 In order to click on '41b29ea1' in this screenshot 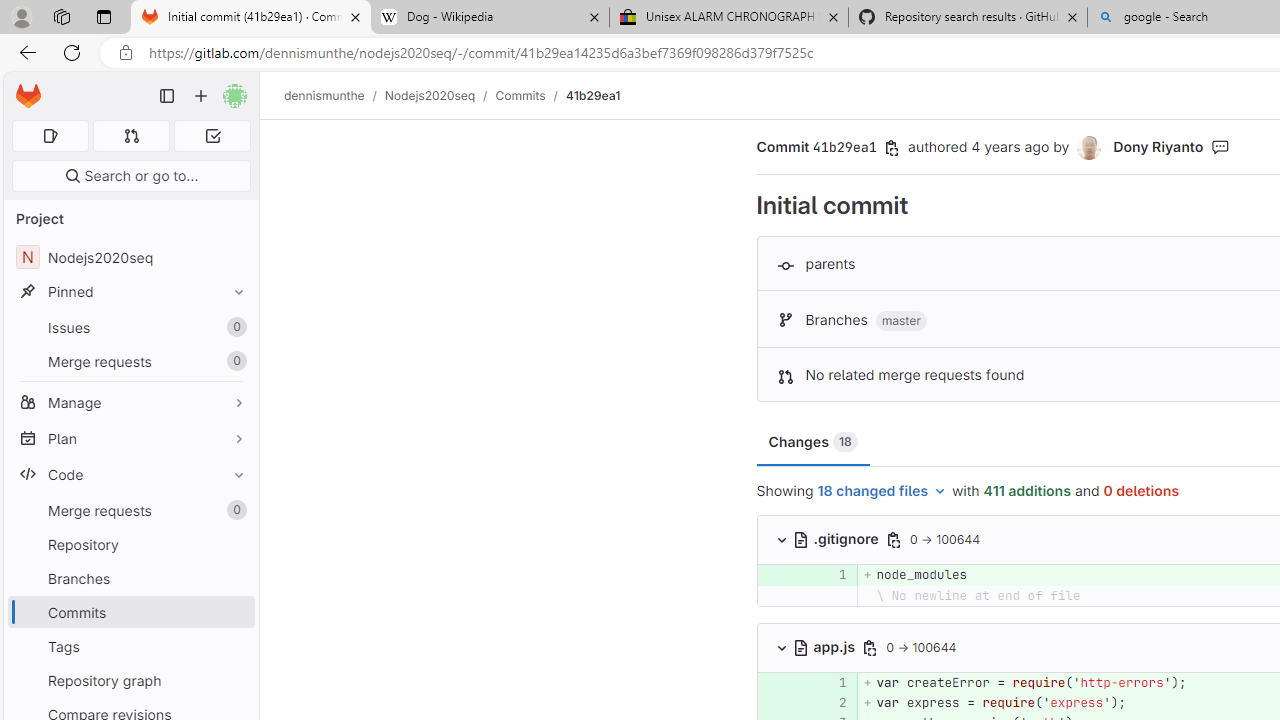, I will do `click(591, 95)`.